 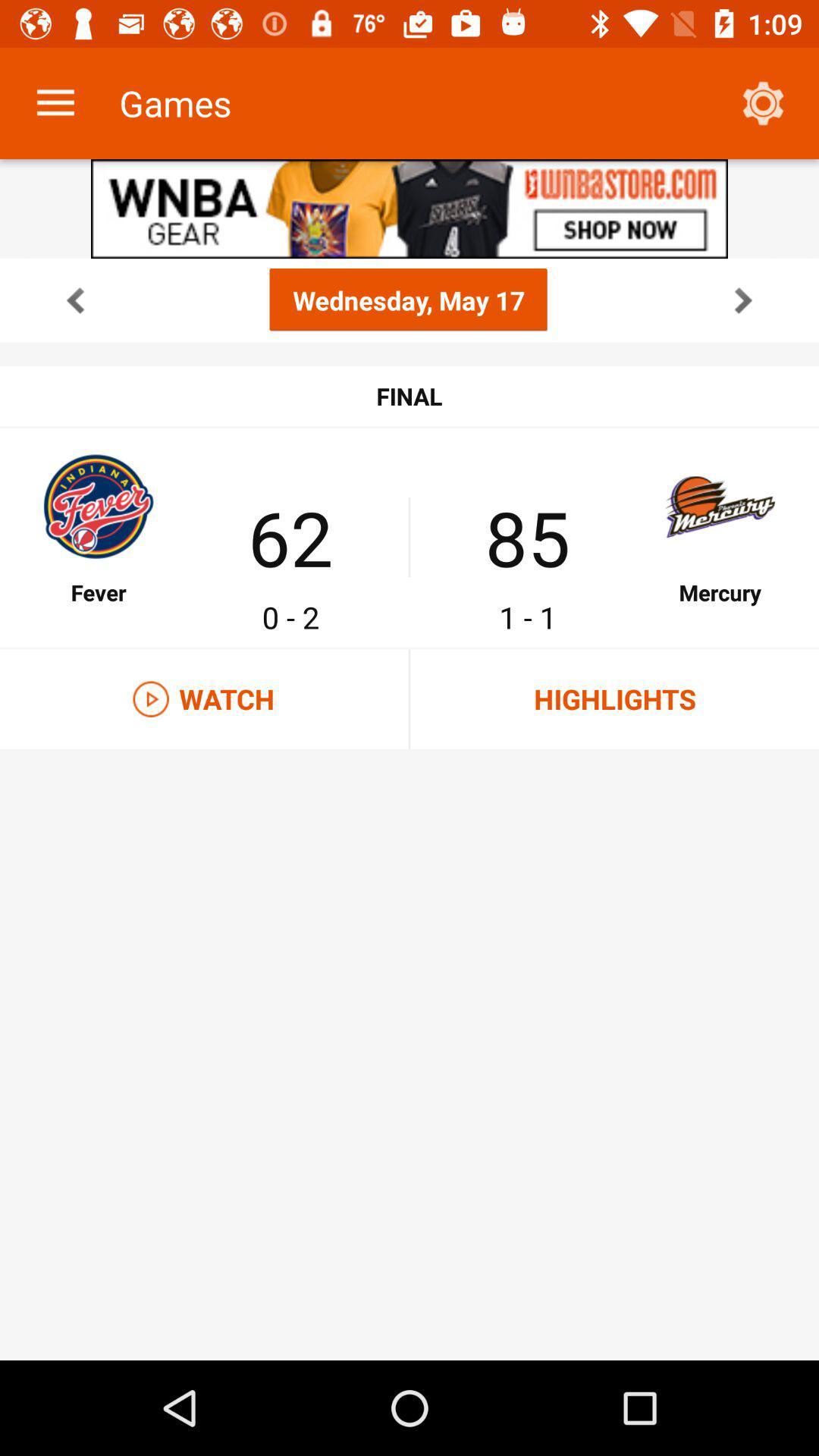 I want to click on click add, so click(x=409, y=208).